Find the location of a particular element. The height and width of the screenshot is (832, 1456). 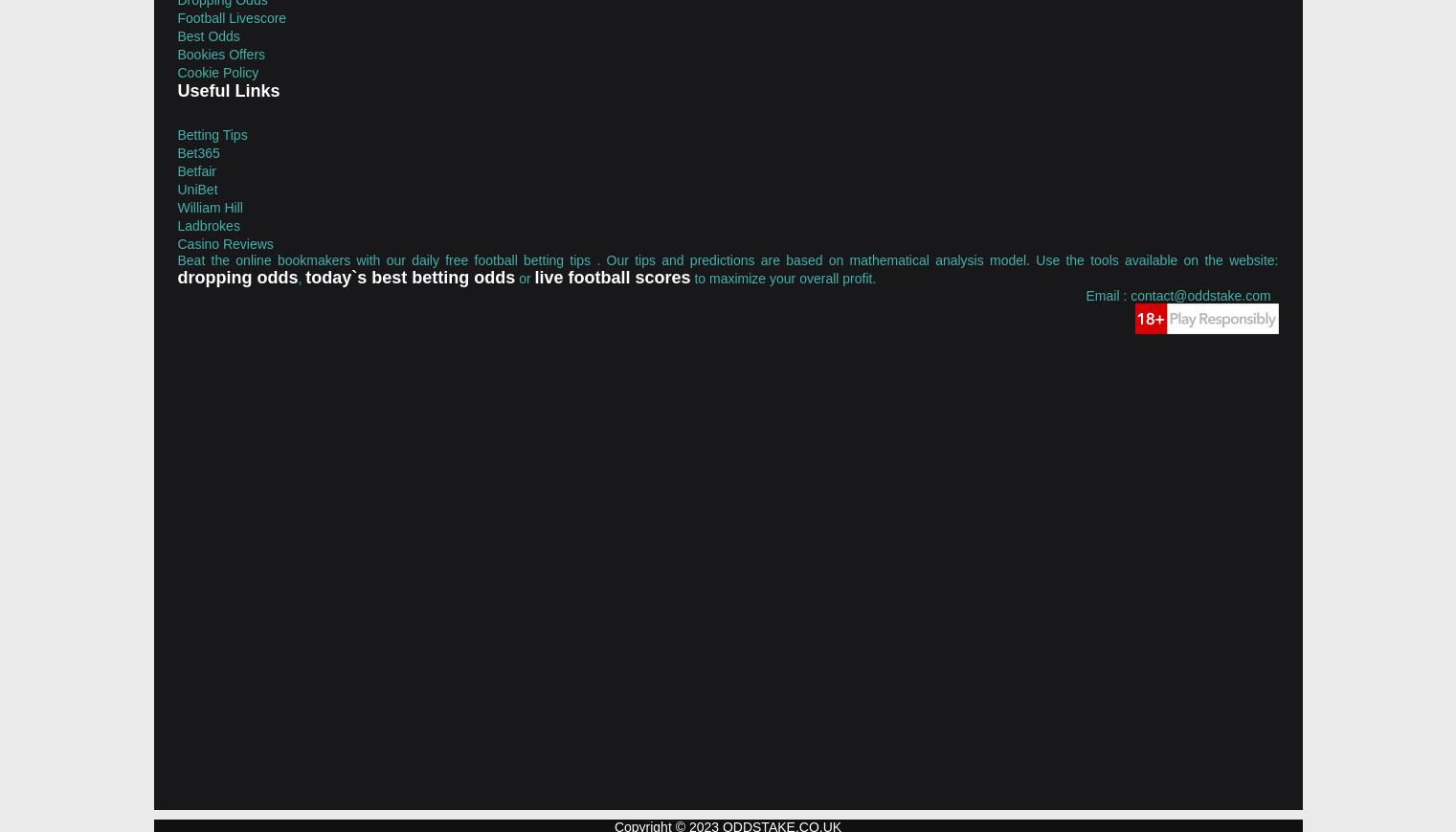

'dropping odds' is located at coordinates (236, 276).